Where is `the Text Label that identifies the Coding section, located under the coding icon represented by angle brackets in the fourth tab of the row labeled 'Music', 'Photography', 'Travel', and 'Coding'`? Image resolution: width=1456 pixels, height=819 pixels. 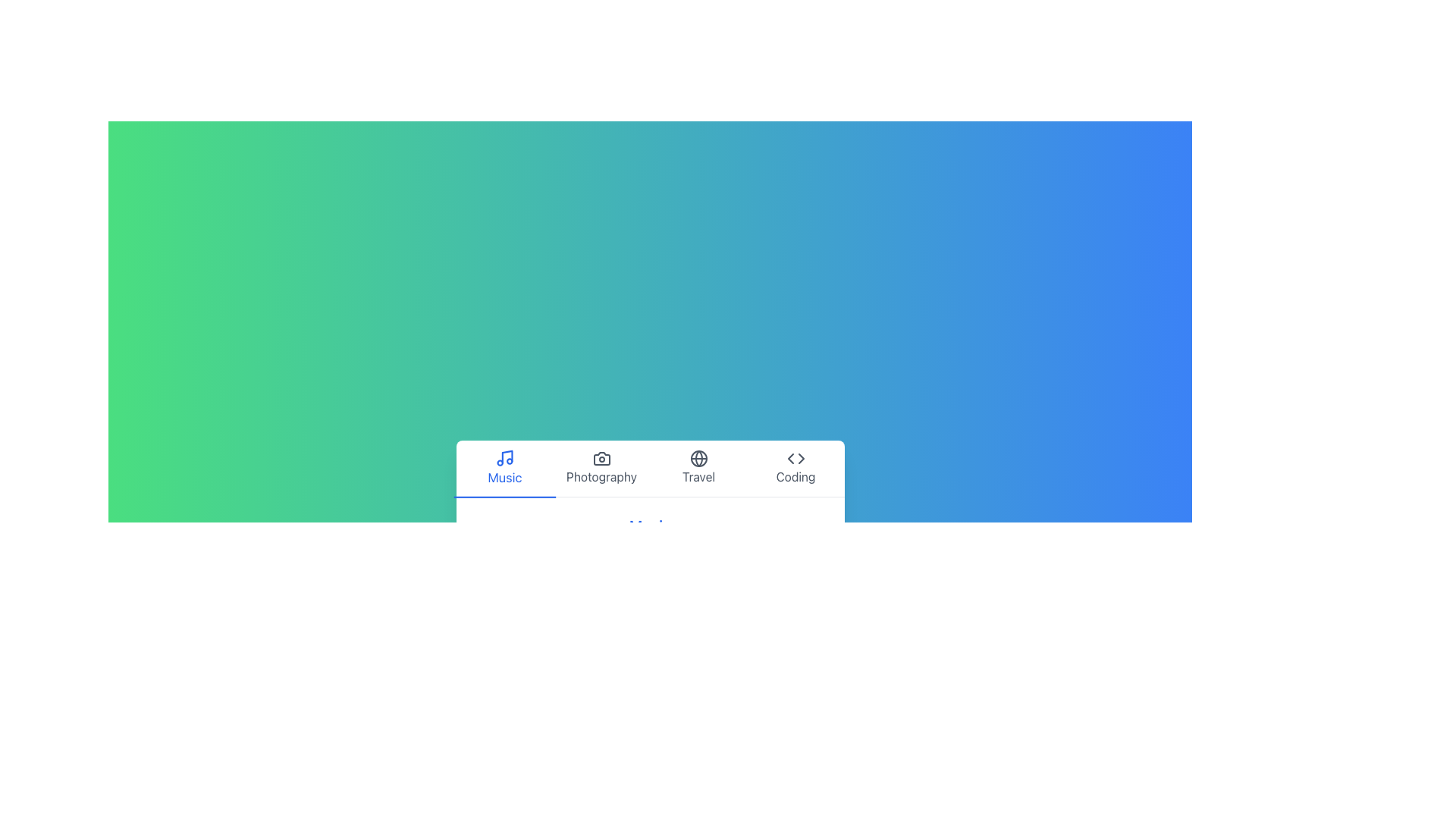 the Text Label that identifies the Coding section, located under the coding icon represented by angle brackets in the fourth tab of the row labeled 'Music', 'Photography', 'Travel', and 'Coding' is located at coordinates (795, 475).